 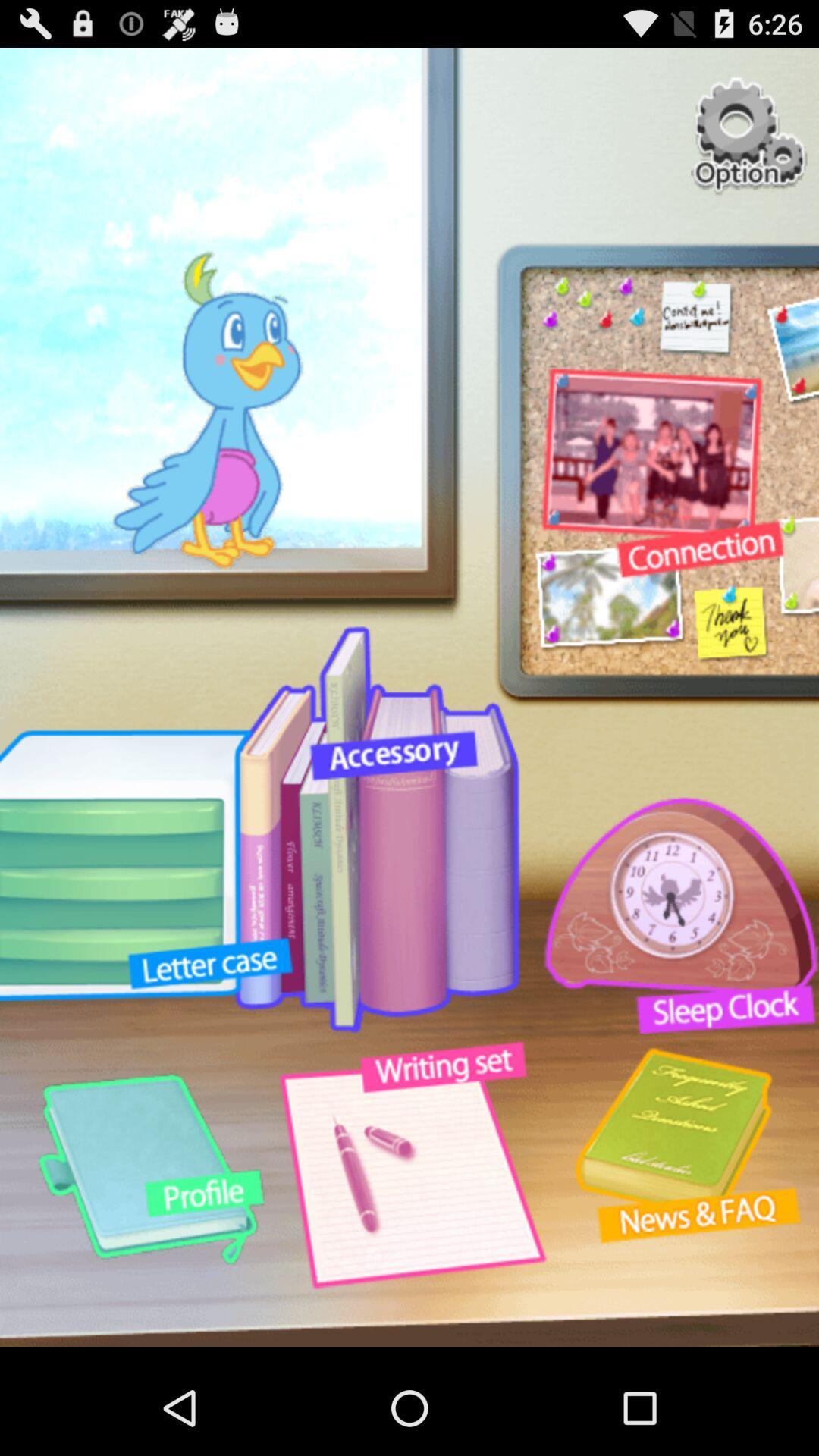 I want to click on letter case beside accessory, so click(x=376, y=828).